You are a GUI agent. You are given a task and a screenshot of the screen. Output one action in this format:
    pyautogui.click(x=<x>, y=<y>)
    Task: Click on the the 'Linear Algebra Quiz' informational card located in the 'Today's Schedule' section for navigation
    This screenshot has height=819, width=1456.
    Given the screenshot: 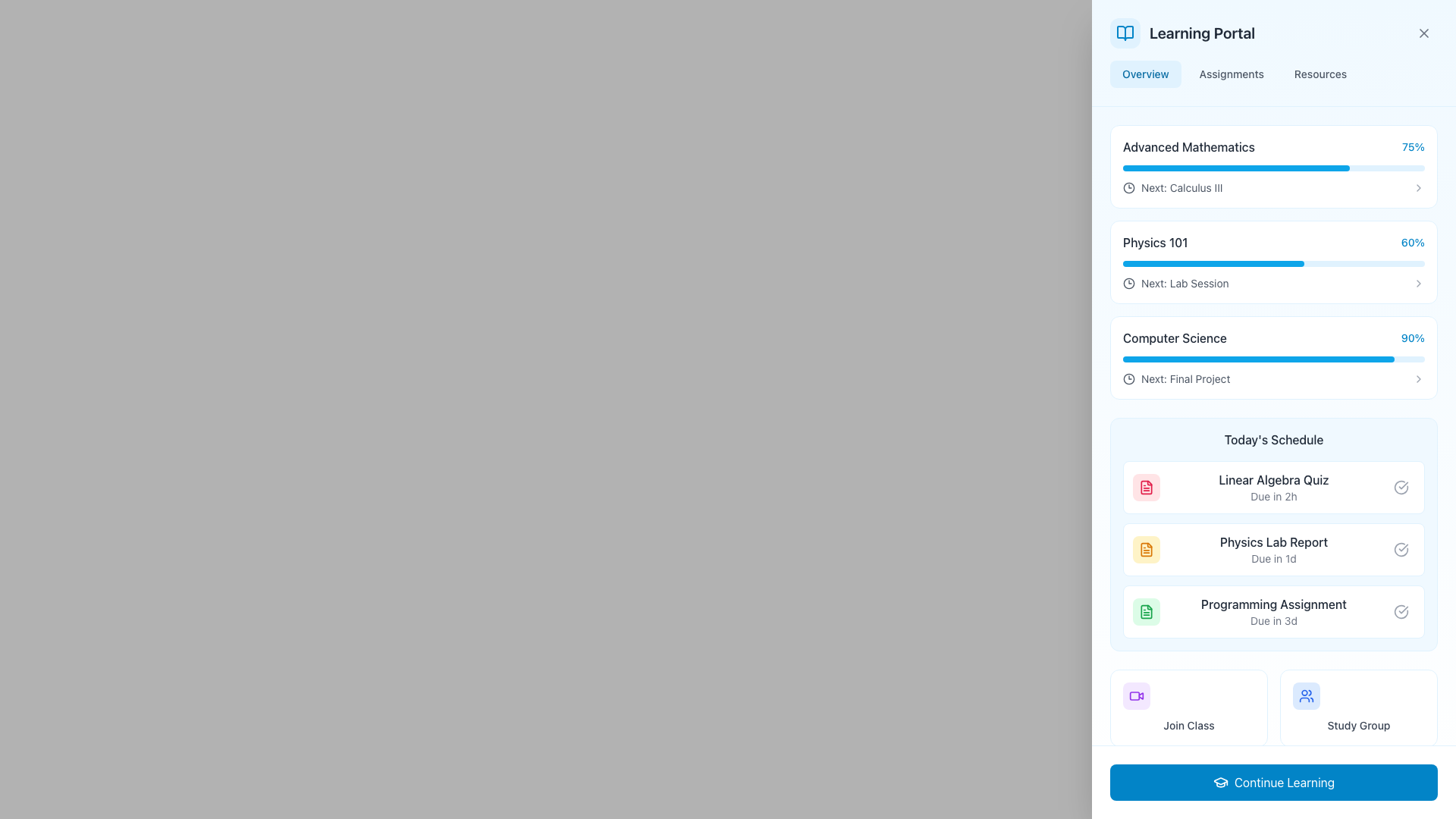 What is the action you would take?
    pyautogui.click(x=1274, y=488)
    